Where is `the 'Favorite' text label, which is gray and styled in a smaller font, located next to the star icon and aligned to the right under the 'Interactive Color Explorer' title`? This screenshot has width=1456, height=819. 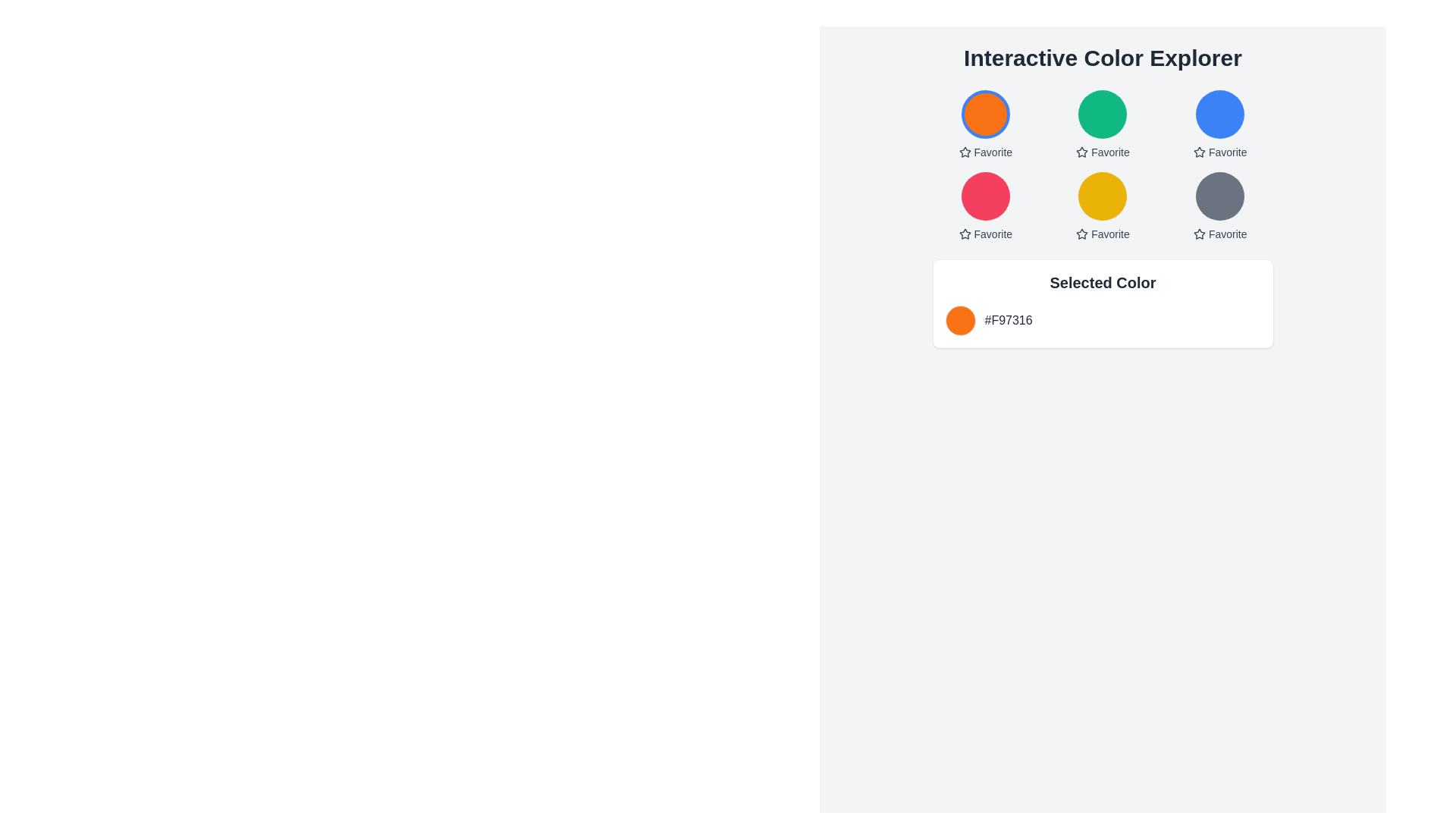 the 'Favorite' text label, which is gray and styled in a smaller font, located next to the star icon and aligned to the right under the 'Interactive Color Explorer' title is located at coordinates (1228, 234).